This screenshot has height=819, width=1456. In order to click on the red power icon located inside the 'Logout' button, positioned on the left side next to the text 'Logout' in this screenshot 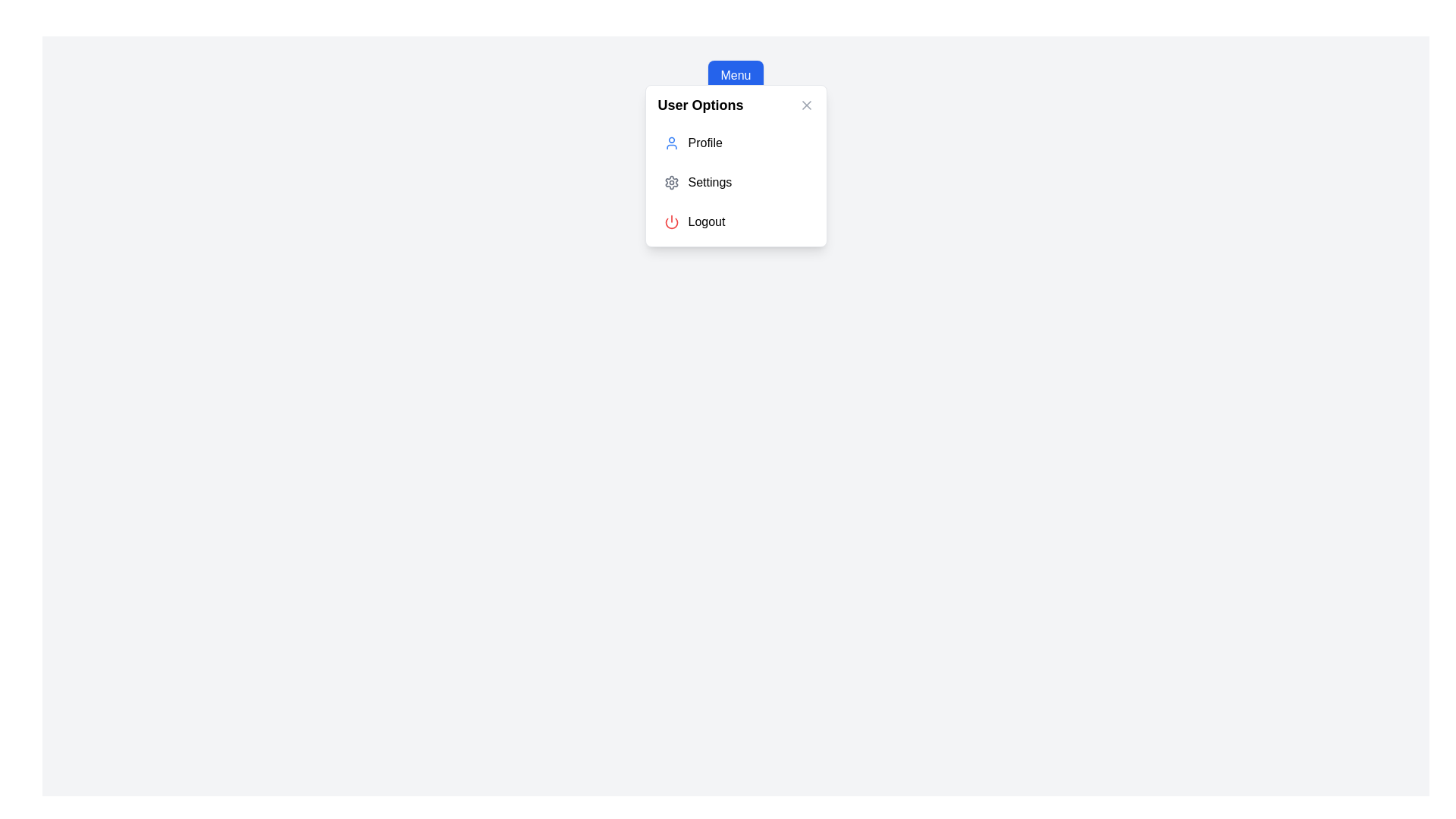, I will do `click(670, 222)`.